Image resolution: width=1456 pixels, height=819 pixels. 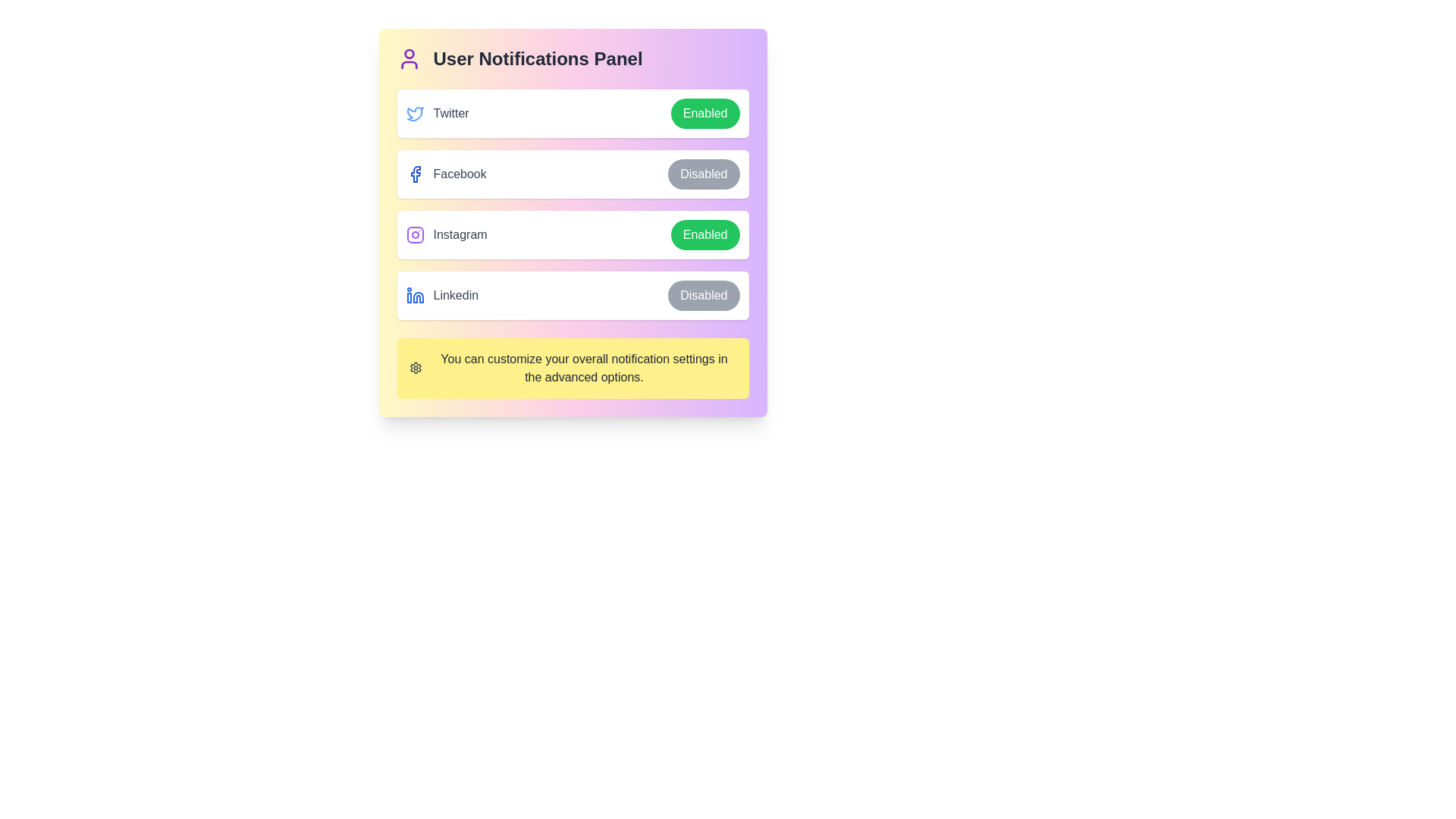 What do you see at coordinates (459, 174) in the screenshot?
I see `the 'Facebook' text label in the notification configuration panel` at bounding box center [459, 174].